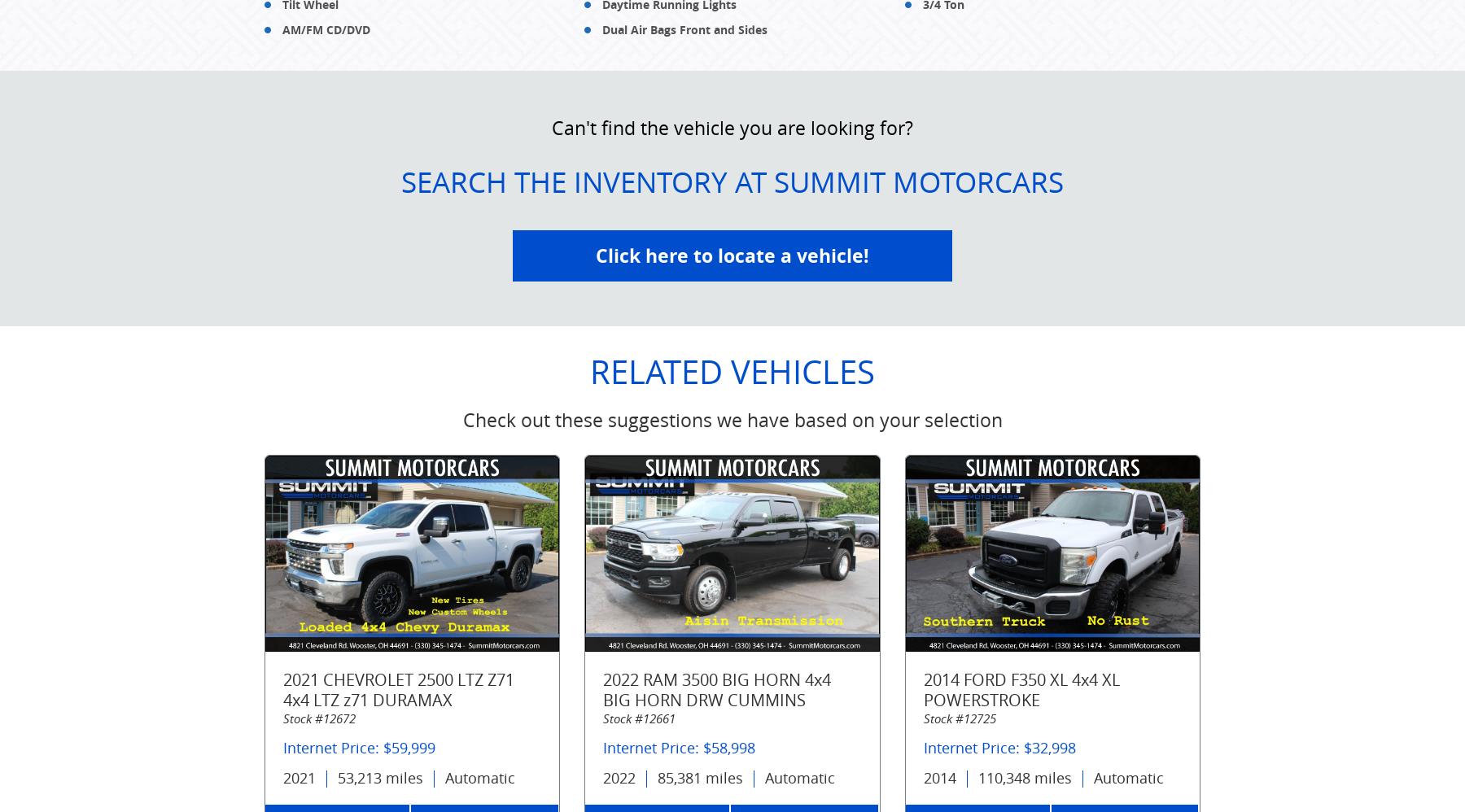 The width and height of the screenshot is (1465, 812). Describe the element at coordinates (602, 718) in the screenshot. I see `'Stock #12661'` at that location.